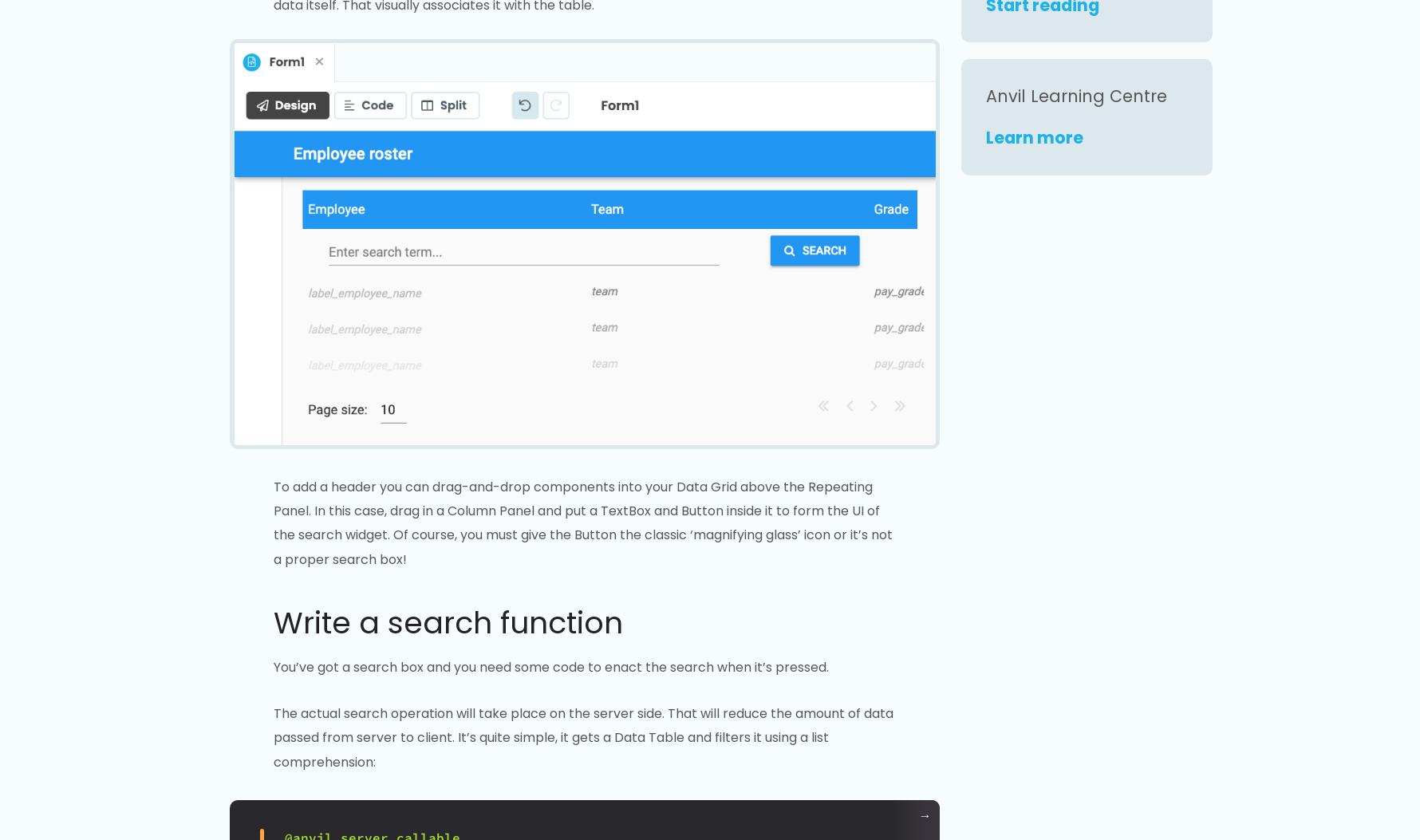 Image resolution: width=1420 pixels, height=840 pixels. What do you see at coordinates (723, 696) in the screenshot?
I see `'Changelog'` at bounding box center [723, 696].